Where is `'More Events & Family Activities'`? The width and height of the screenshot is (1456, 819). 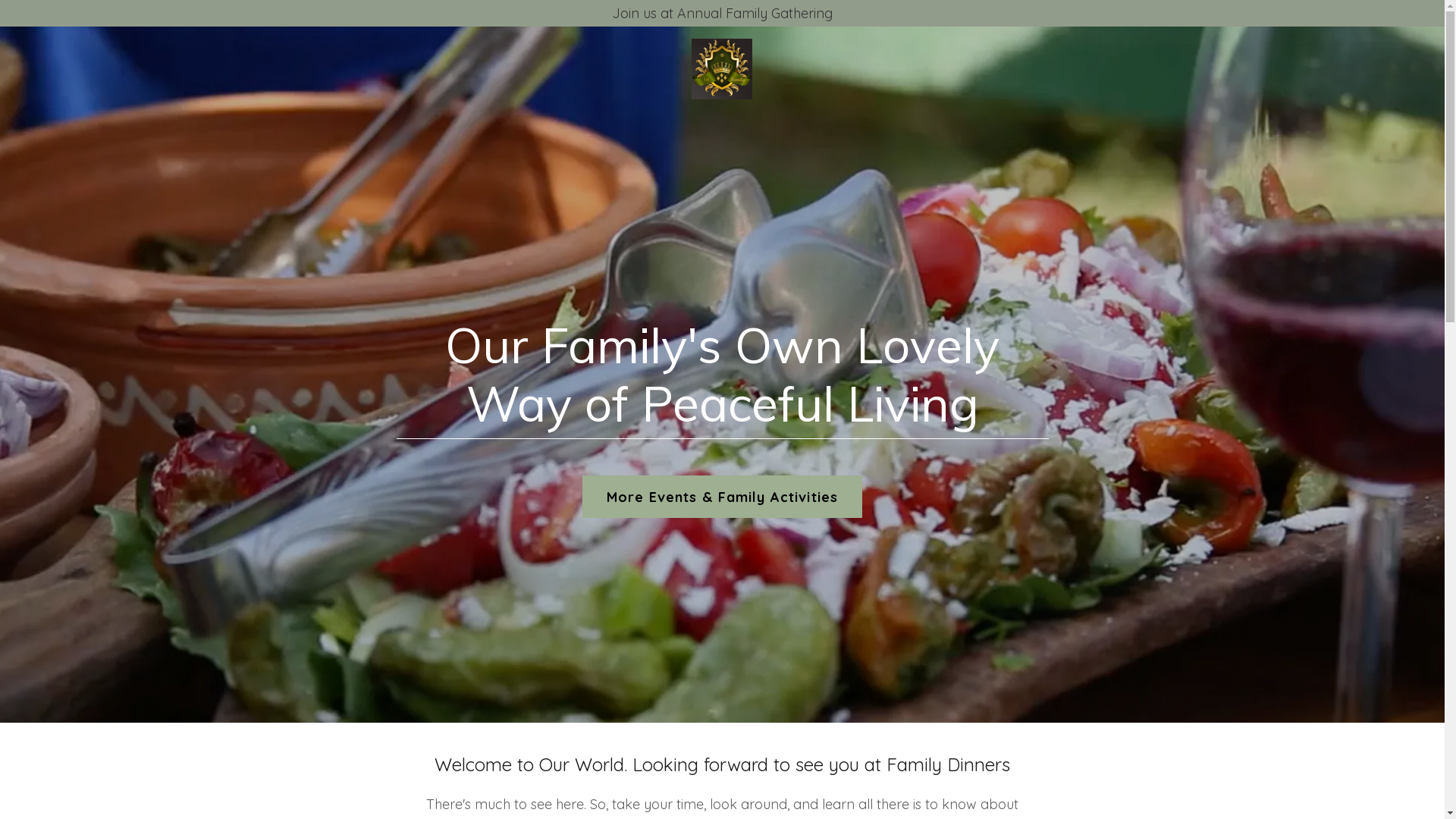 'More Events & Family Activities' is located at coordinates (721, 497).